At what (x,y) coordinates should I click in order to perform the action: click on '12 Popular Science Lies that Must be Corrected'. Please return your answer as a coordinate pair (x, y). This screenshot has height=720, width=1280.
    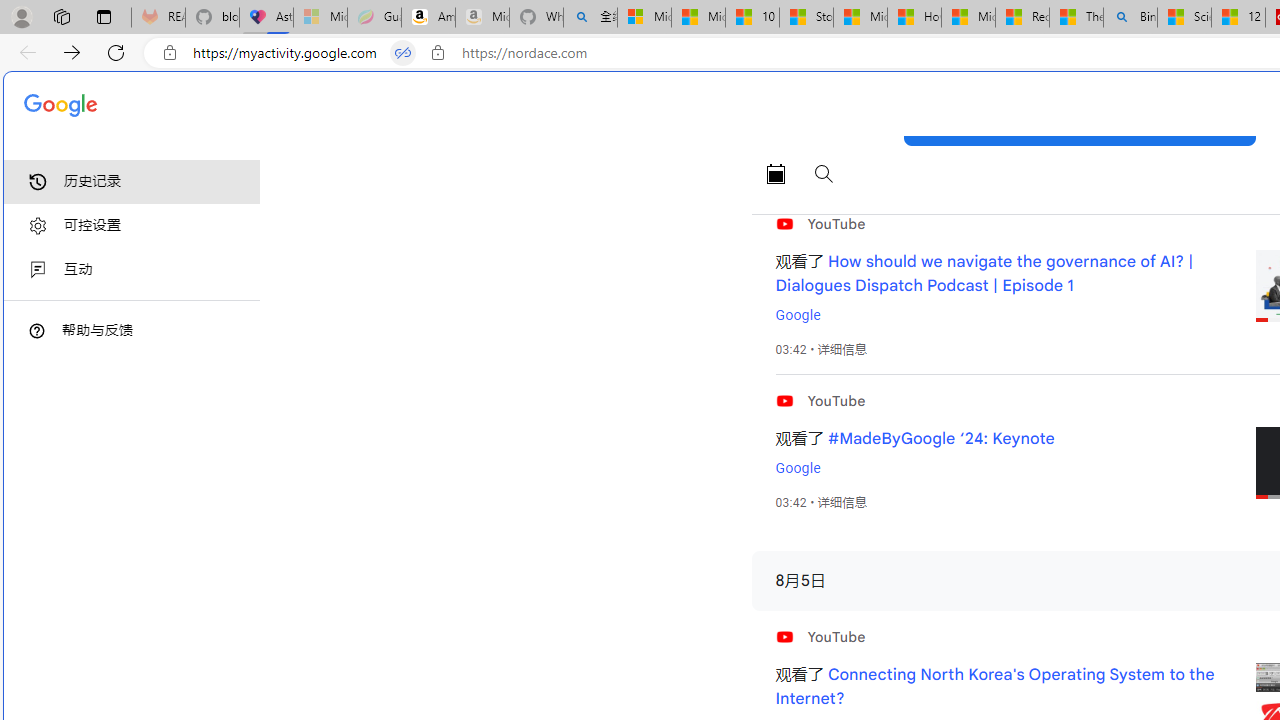
    Looking at the image, I should click on (1237, 17).